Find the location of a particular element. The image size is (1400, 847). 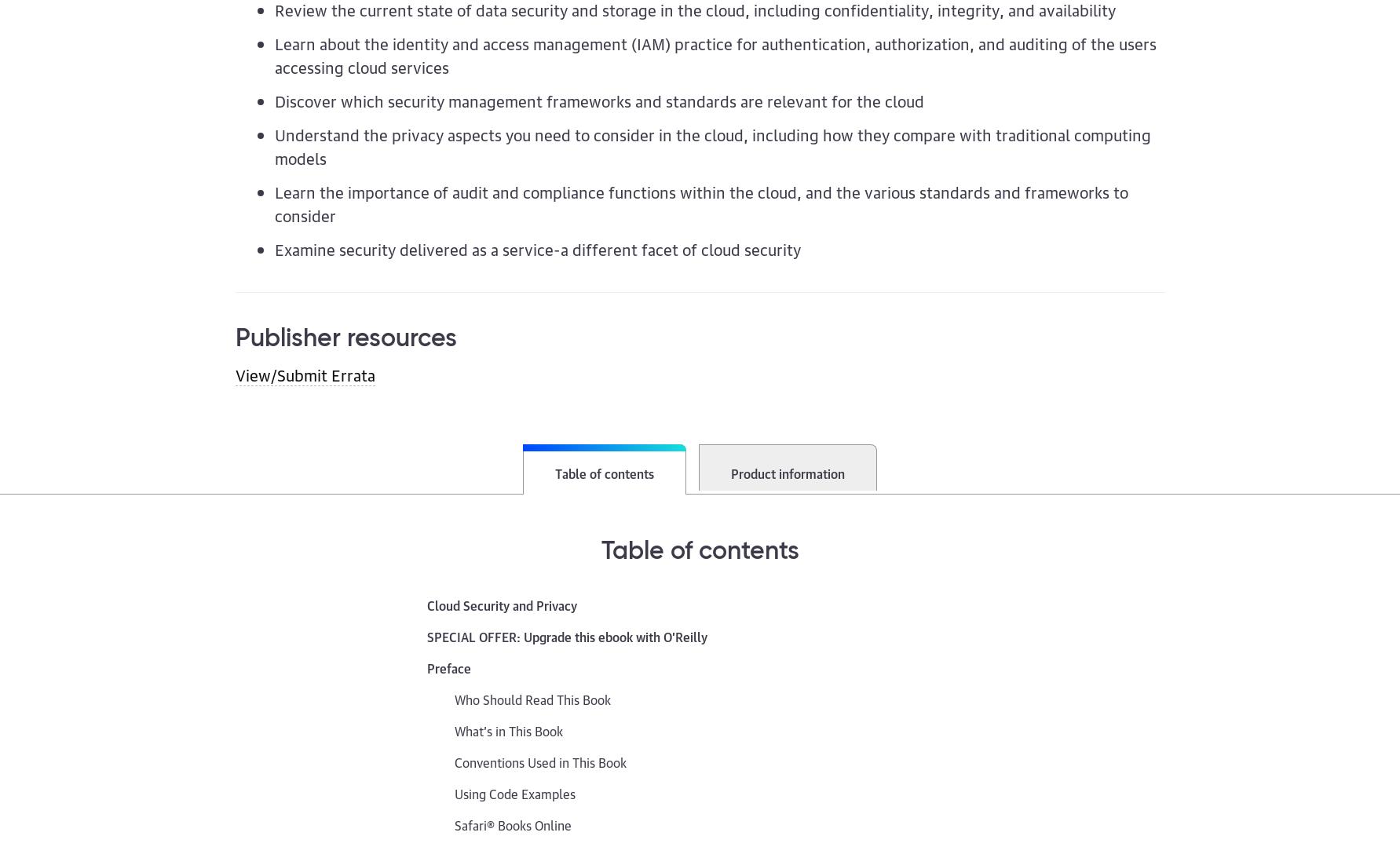

'What’s in This Book' is located at coordinates (508, 729).